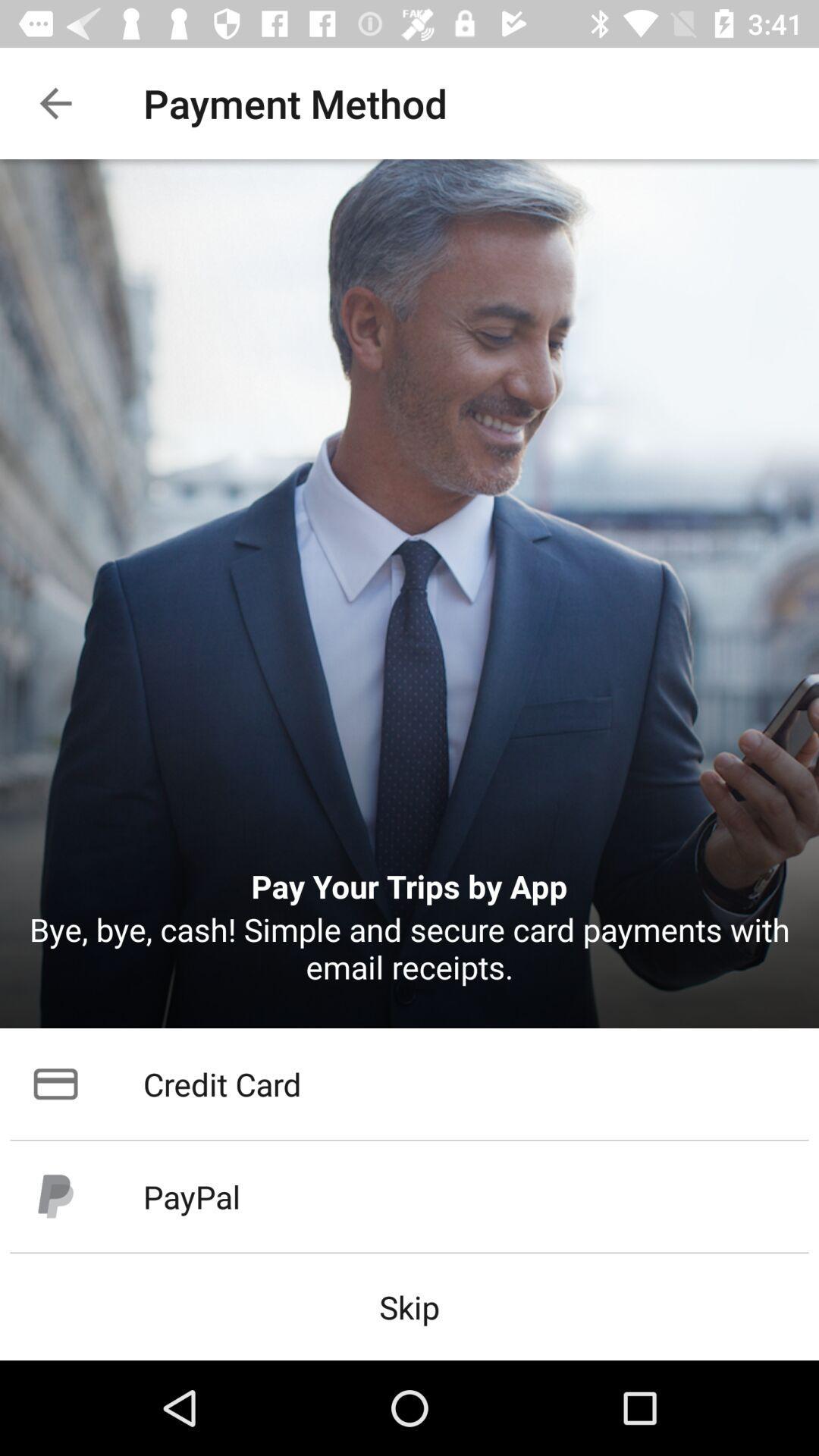 The height and width of the screenshot is (1456, 819). I want to click on the item above paypal, so click(409, 1083).